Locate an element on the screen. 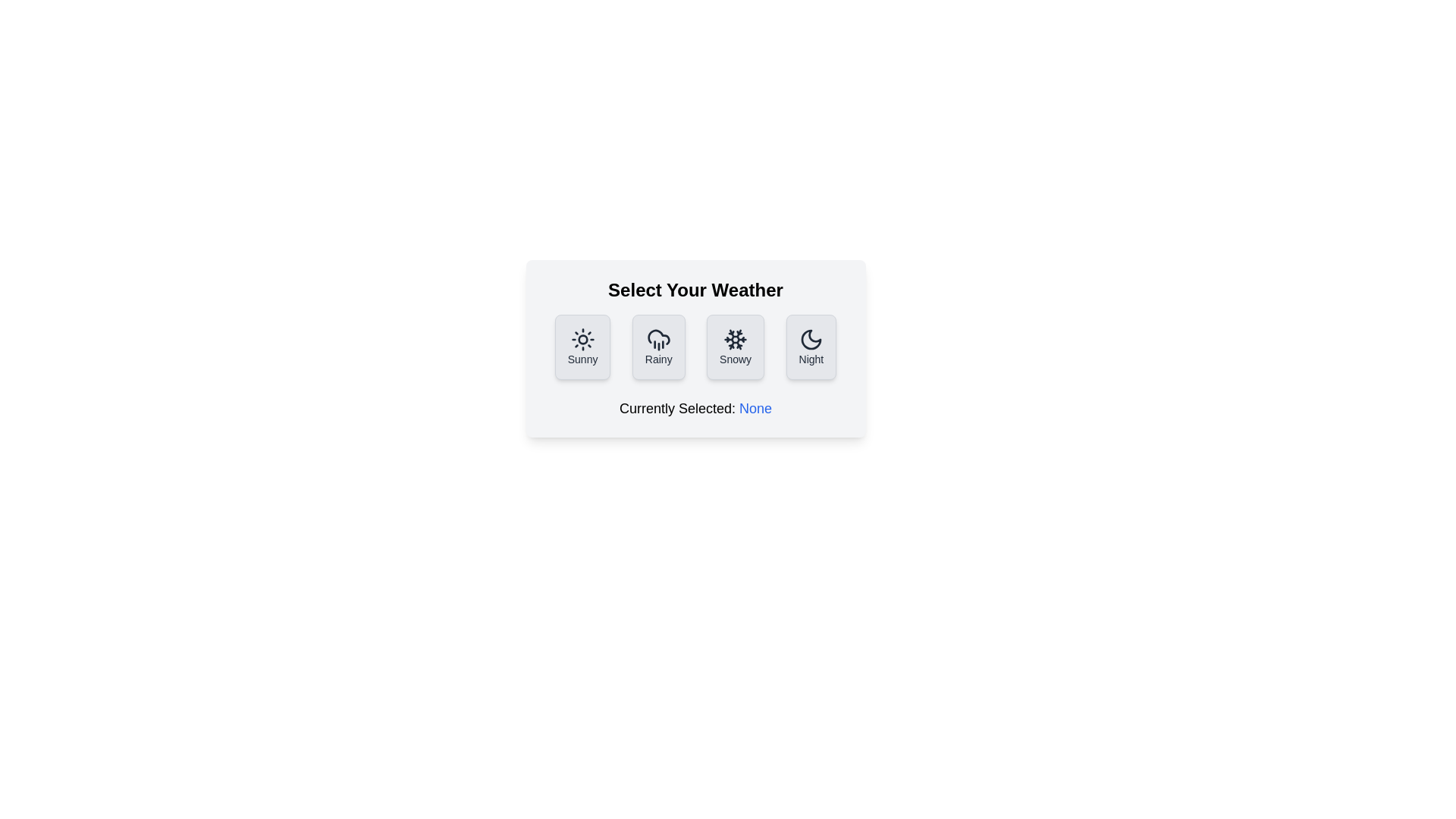 This screenshot has width=1456, height=819. the interactive card with selectable options located centrally in the interface is located at coordinates (695, 348).